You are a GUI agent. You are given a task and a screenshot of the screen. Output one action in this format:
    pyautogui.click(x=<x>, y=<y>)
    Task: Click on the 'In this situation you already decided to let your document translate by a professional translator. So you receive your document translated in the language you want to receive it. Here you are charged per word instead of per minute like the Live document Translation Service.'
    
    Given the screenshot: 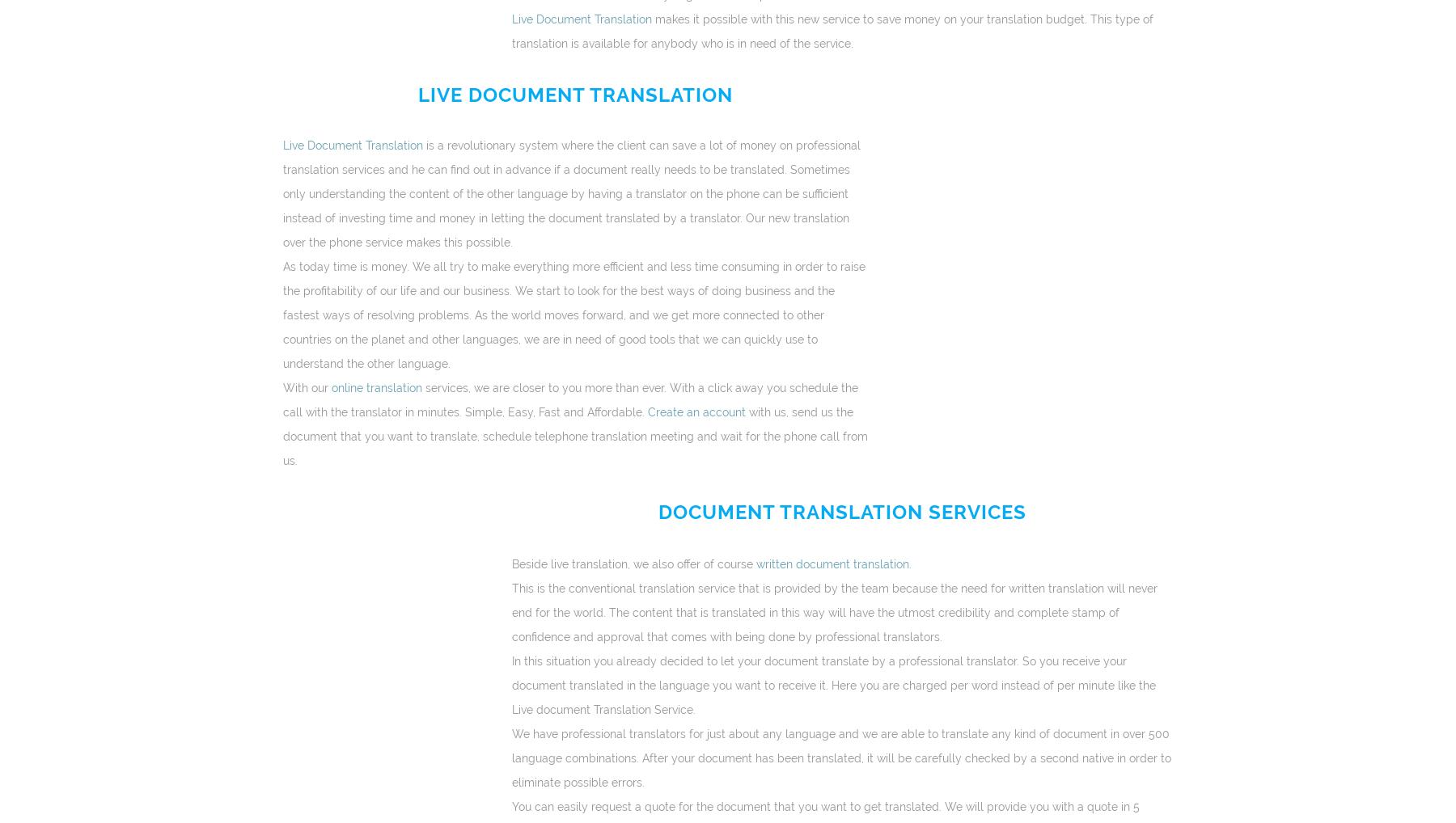 What is the action you would take?
    pyautogui.click(x=832, y=684)
    